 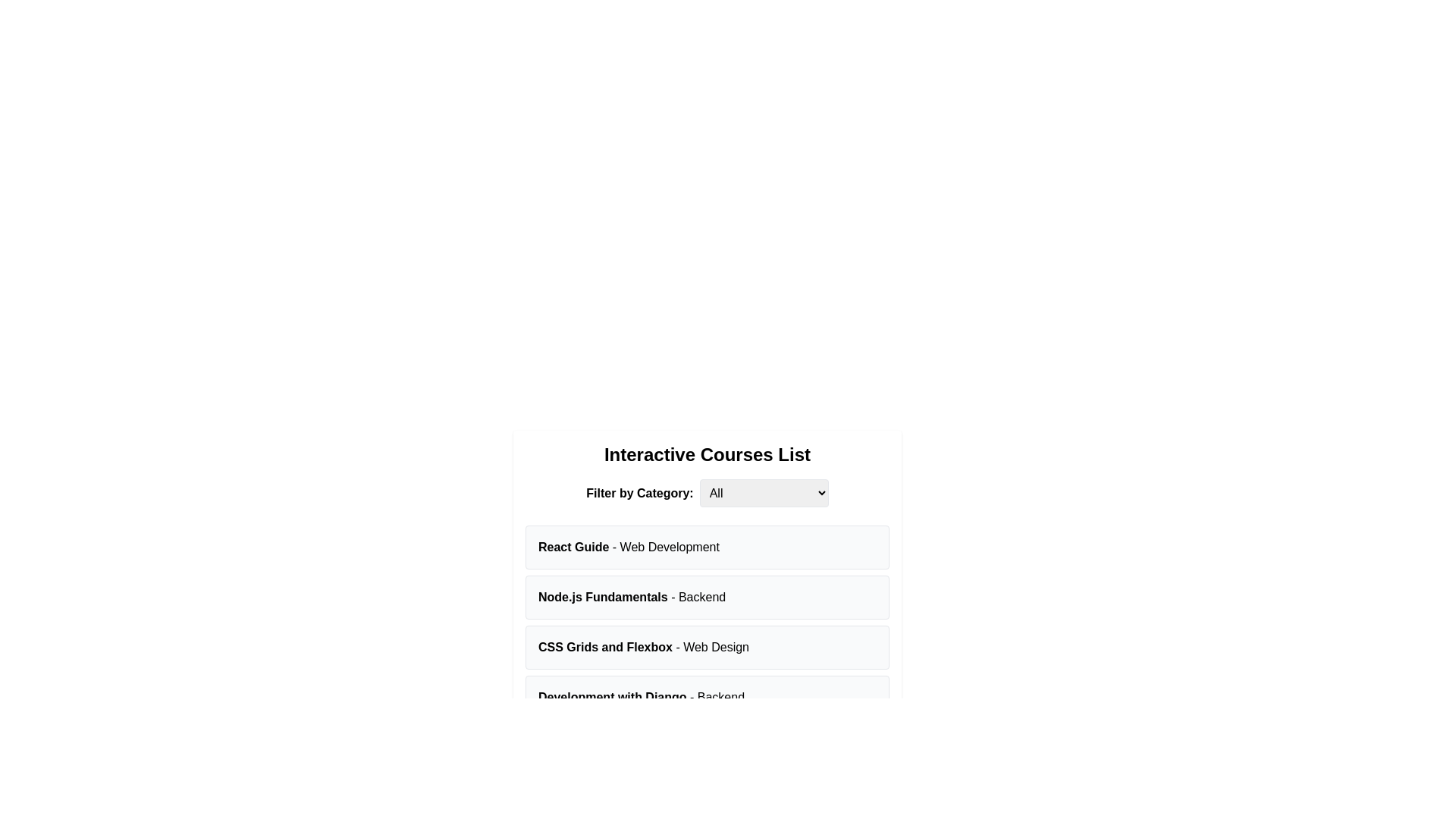 What do you see at coordinates (706, 698) in the screenshot?
I see `the course topic labeled 'Development with Django - Backend' which is the fourth item in the list of course topics` at bounding box center [706, 698].